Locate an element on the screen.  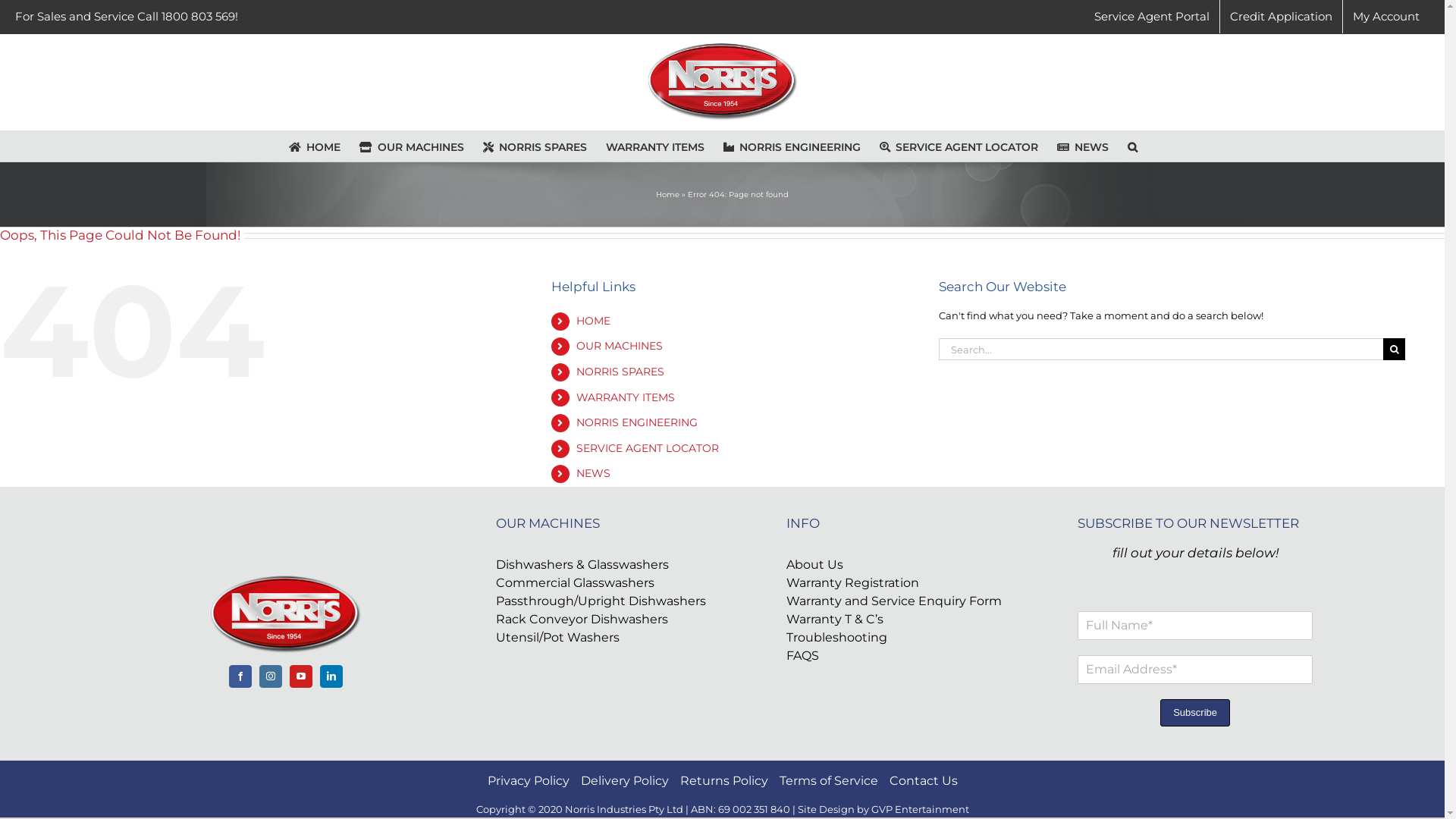
'LinkedIn' is located at coordinates (330, 675).